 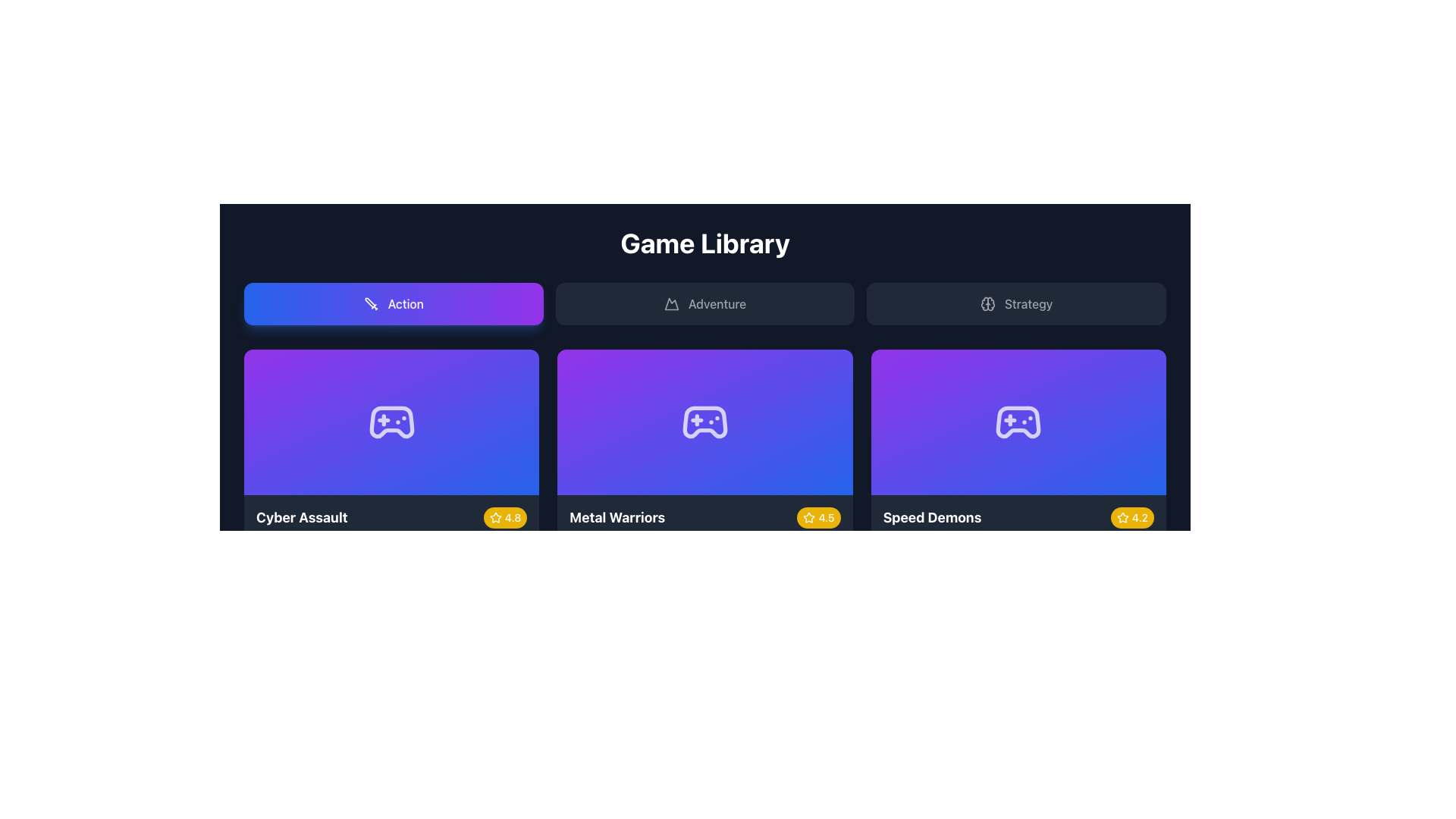 I want to click on the rating information represented visually by the star icon within the yellow badge located at the bottom right of the second card in the 'Game Library' section, so click(x=808, y=516).